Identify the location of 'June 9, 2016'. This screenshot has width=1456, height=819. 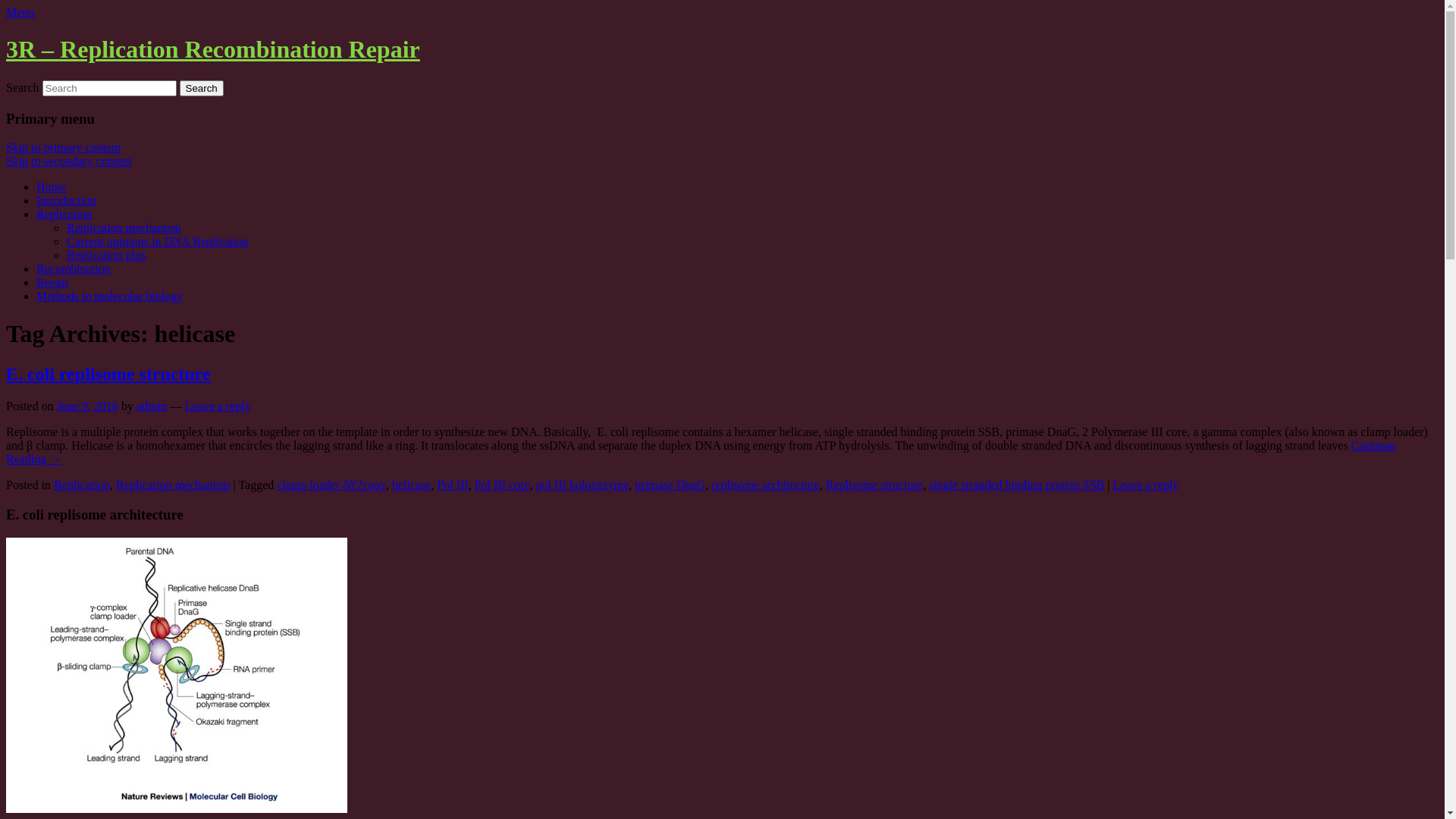
(86, 405).